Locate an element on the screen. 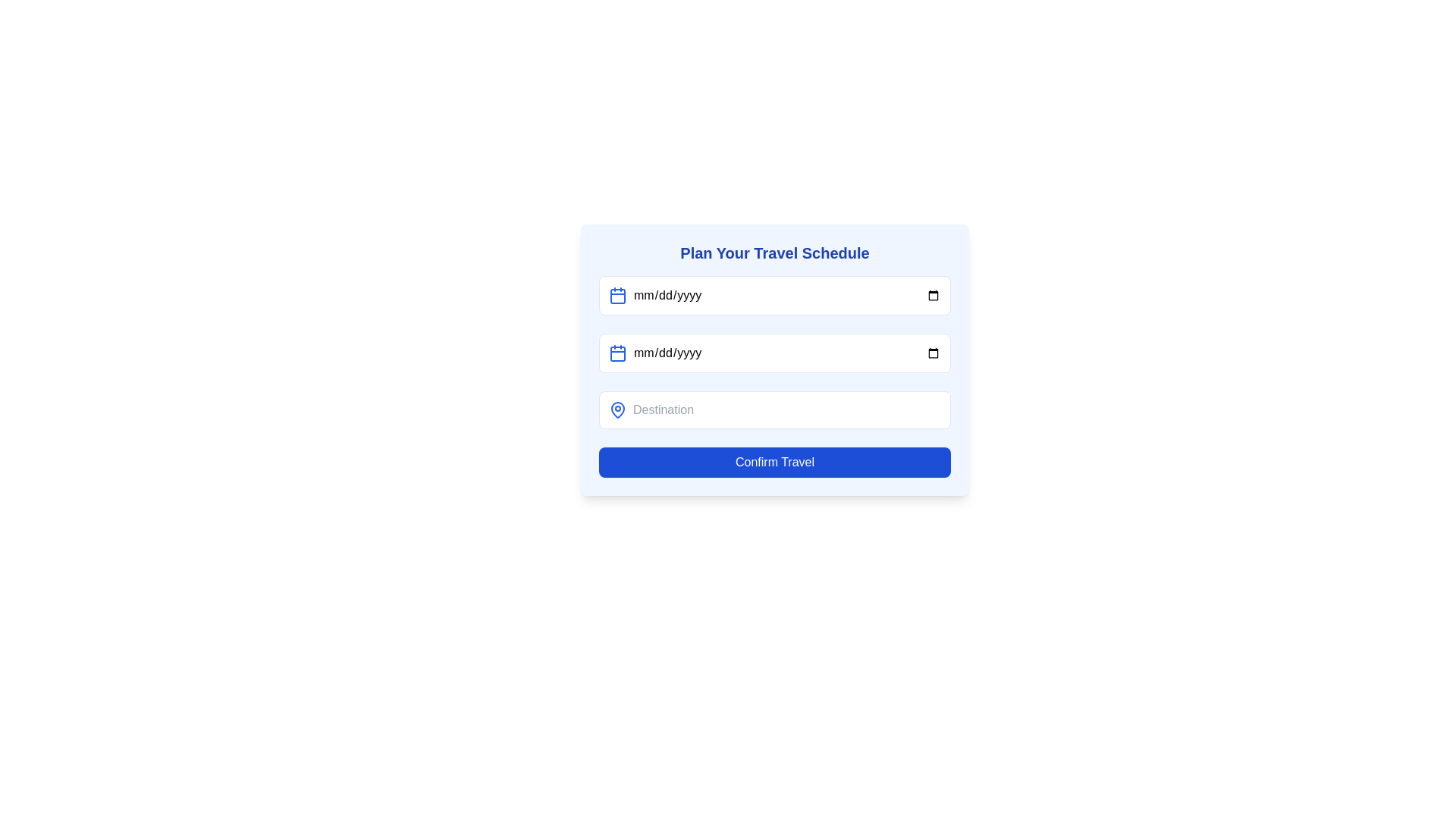  the 'Confirm Travel' button with a blue background and white text to observe the hover effect is located at coordinates (775, 461).